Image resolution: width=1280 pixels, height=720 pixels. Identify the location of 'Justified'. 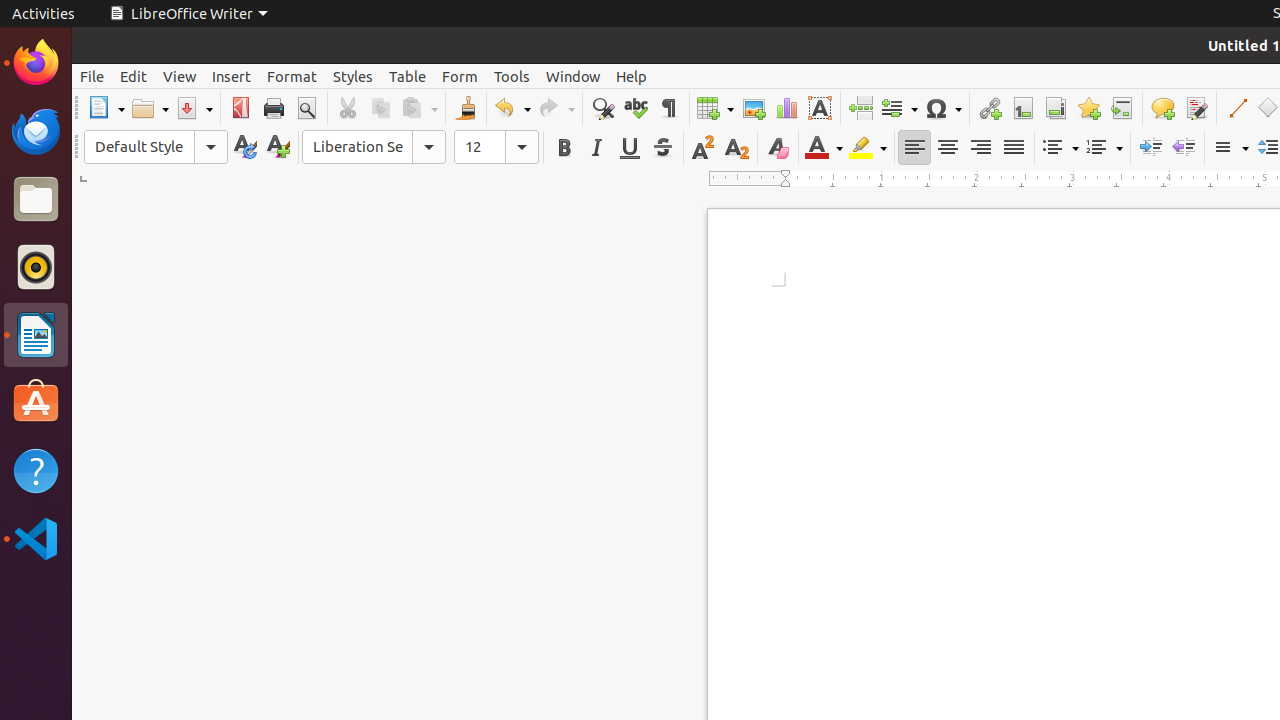
(1013, 146).